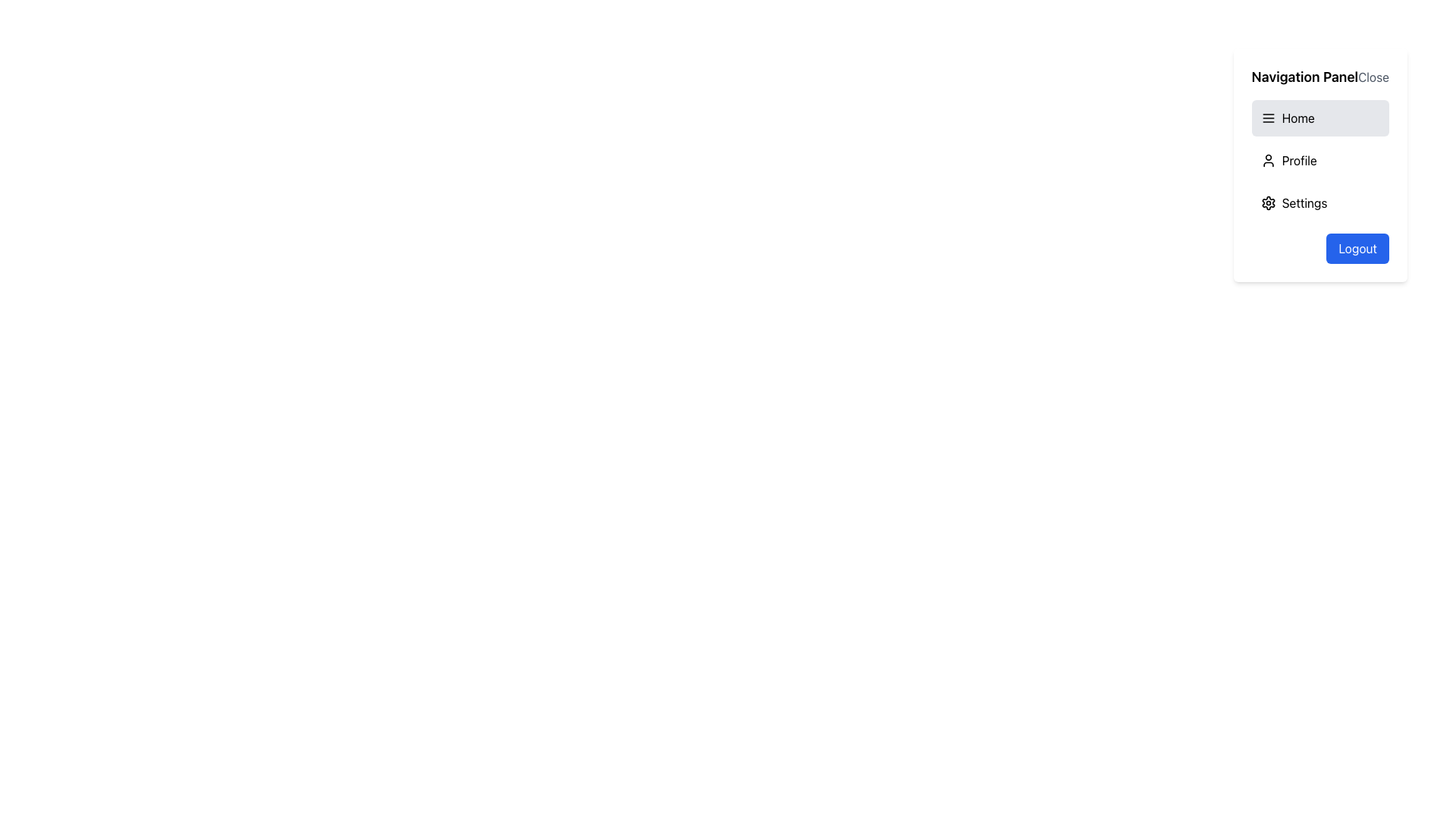  I want to click on the static text label representing a profile-related option in the navigation menu, located under the 'Navigation Panel' header and above the 'Settings' option, so click(1298, 161).